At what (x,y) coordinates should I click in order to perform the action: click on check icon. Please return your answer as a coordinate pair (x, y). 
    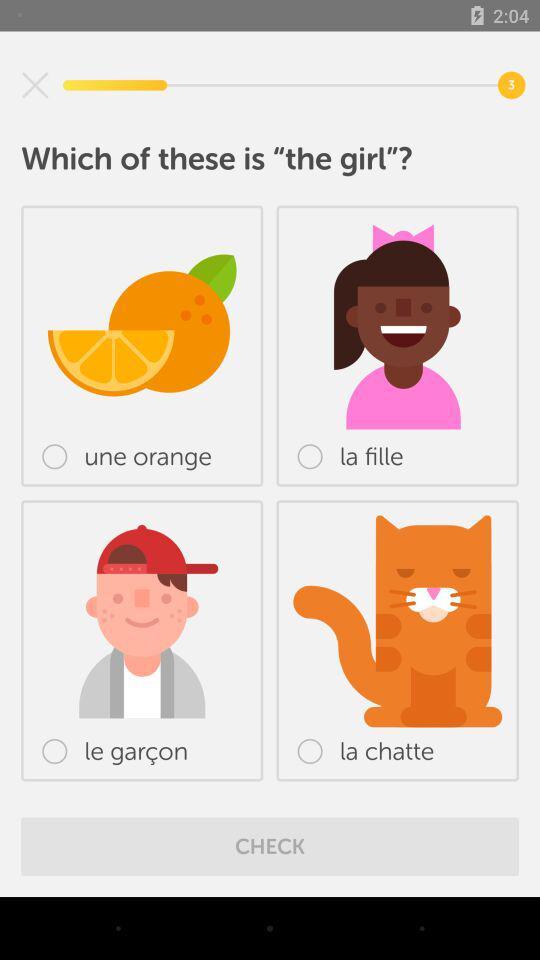
    Looking at the image, I should click on (270, 845).